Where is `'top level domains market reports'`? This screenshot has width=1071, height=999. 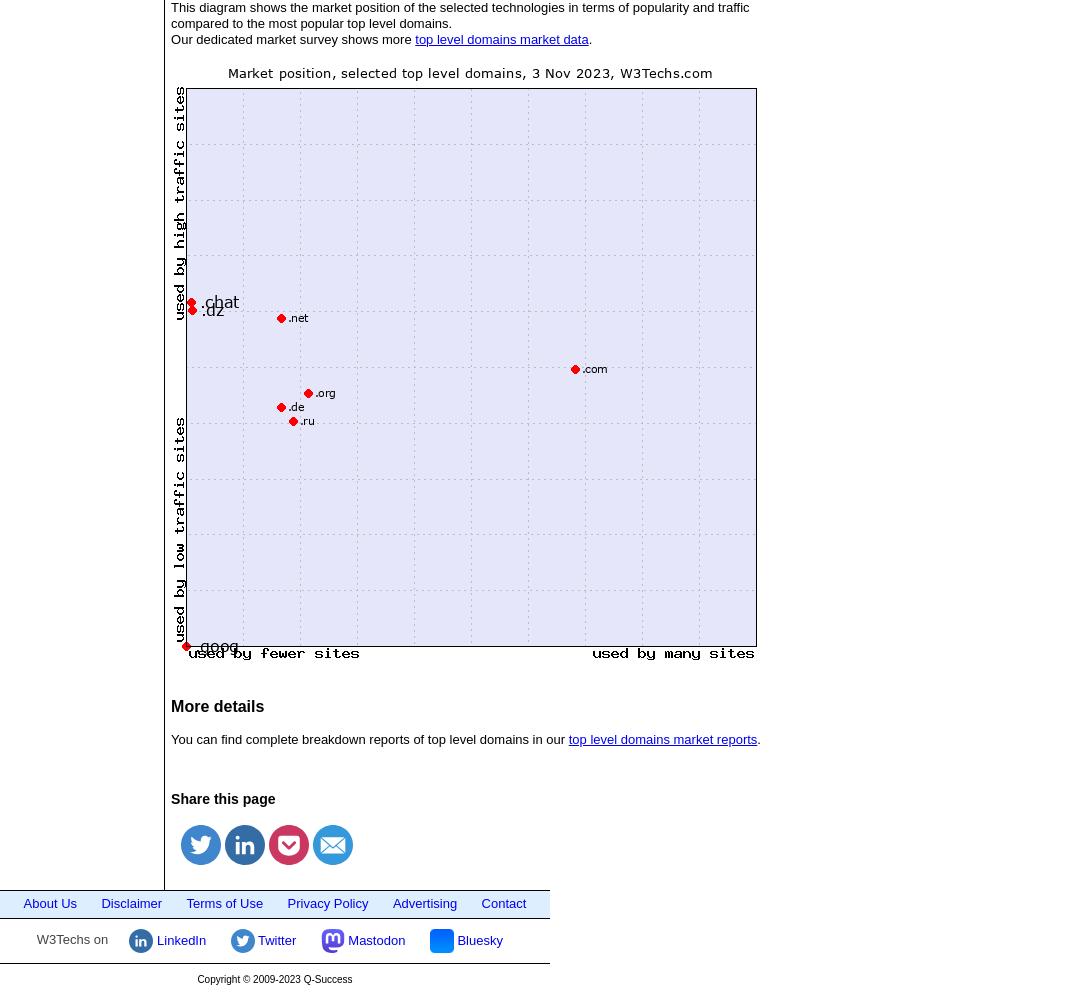
'top level domains market reports' is located at coordinates (661, 738).